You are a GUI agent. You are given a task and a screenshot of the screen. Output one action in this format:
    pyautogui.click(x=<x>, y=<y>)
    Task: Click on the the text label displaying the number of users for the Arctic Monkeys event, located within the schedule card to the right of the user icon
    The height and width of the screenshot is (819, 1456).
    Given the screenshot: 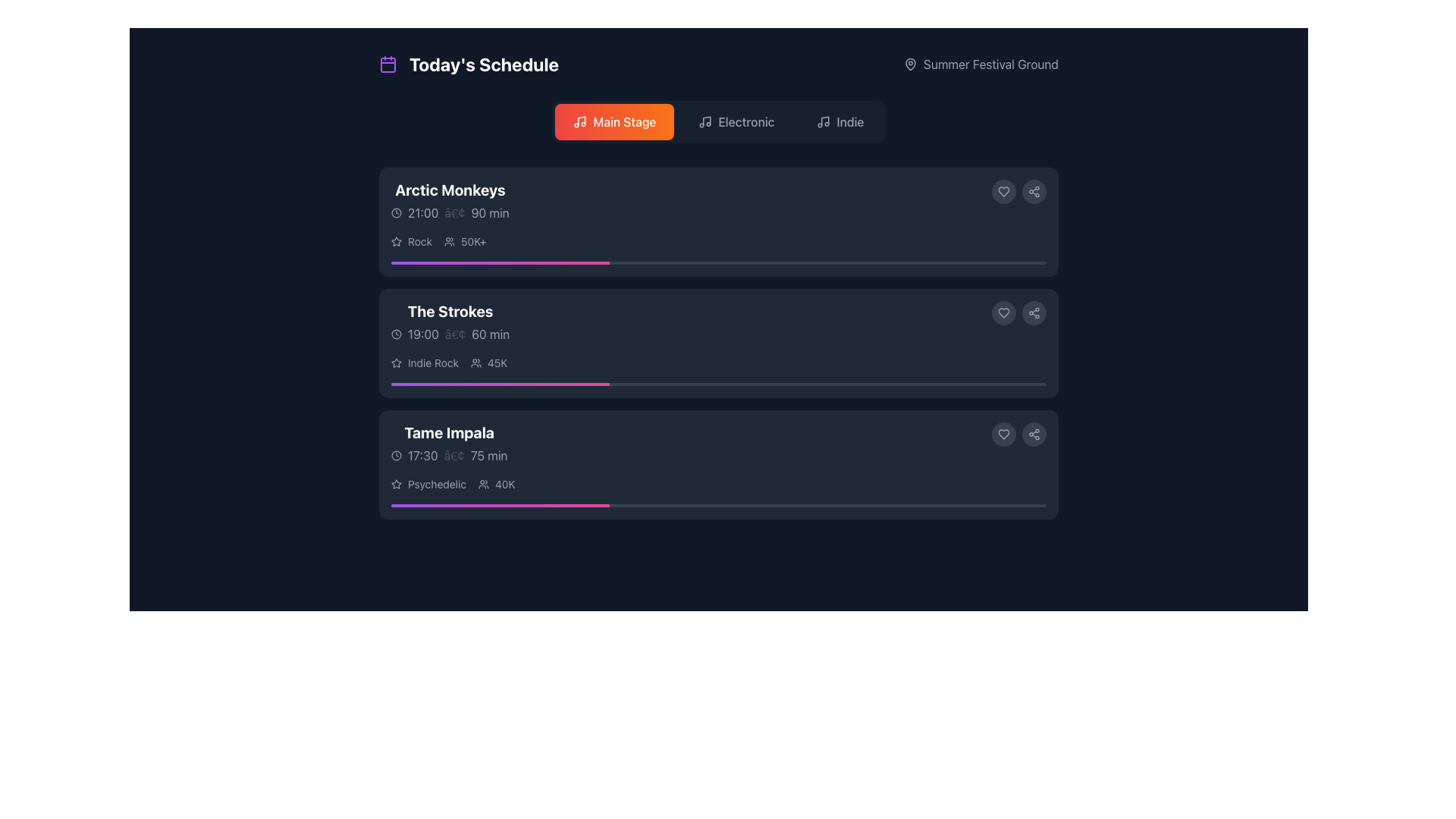 What is the action you would take?
    pyautogui.click(x=472, y=241)
    